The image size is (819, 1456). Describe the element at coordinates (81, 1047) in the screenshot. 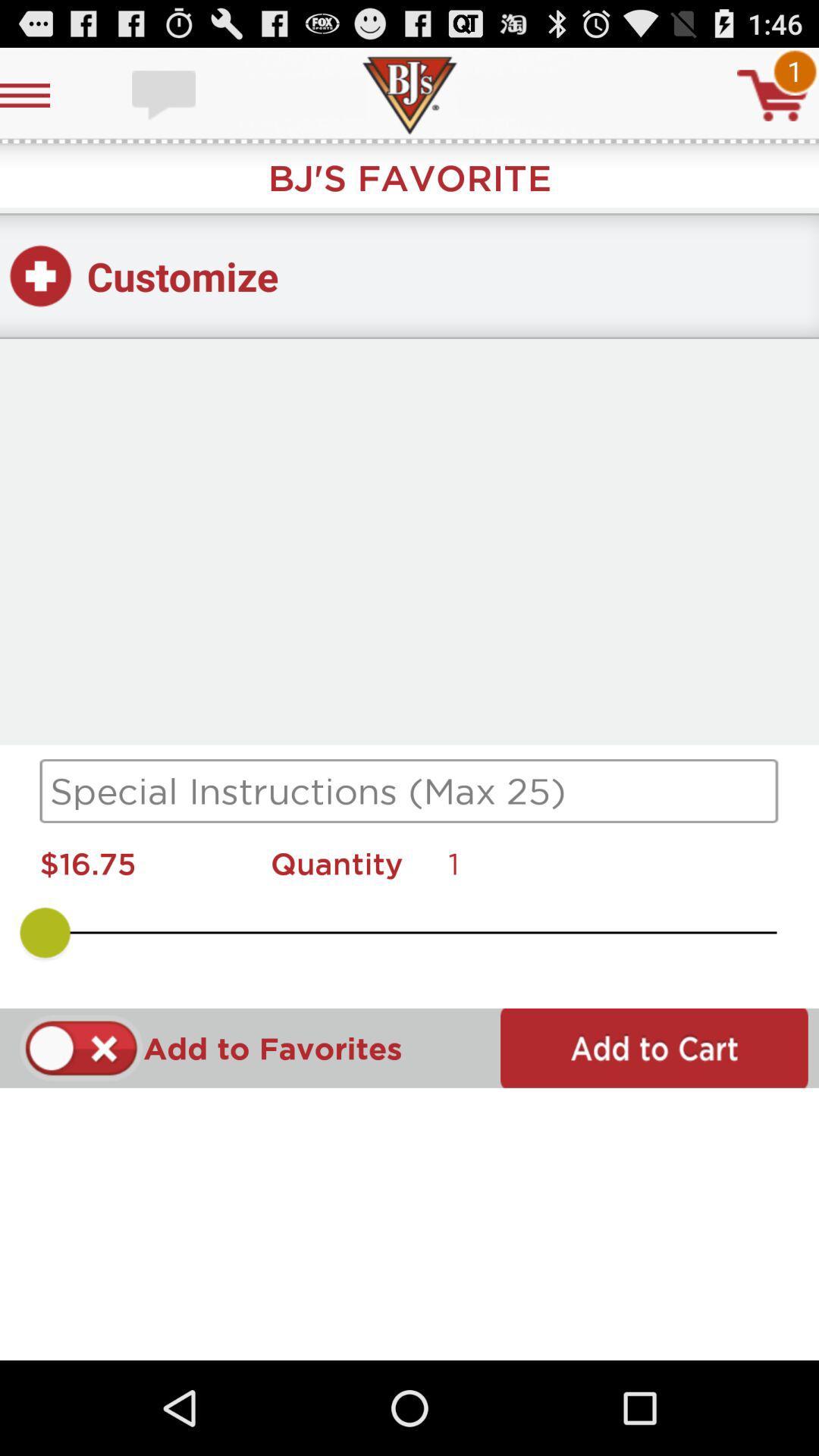

I see `to favorite option` at that location.